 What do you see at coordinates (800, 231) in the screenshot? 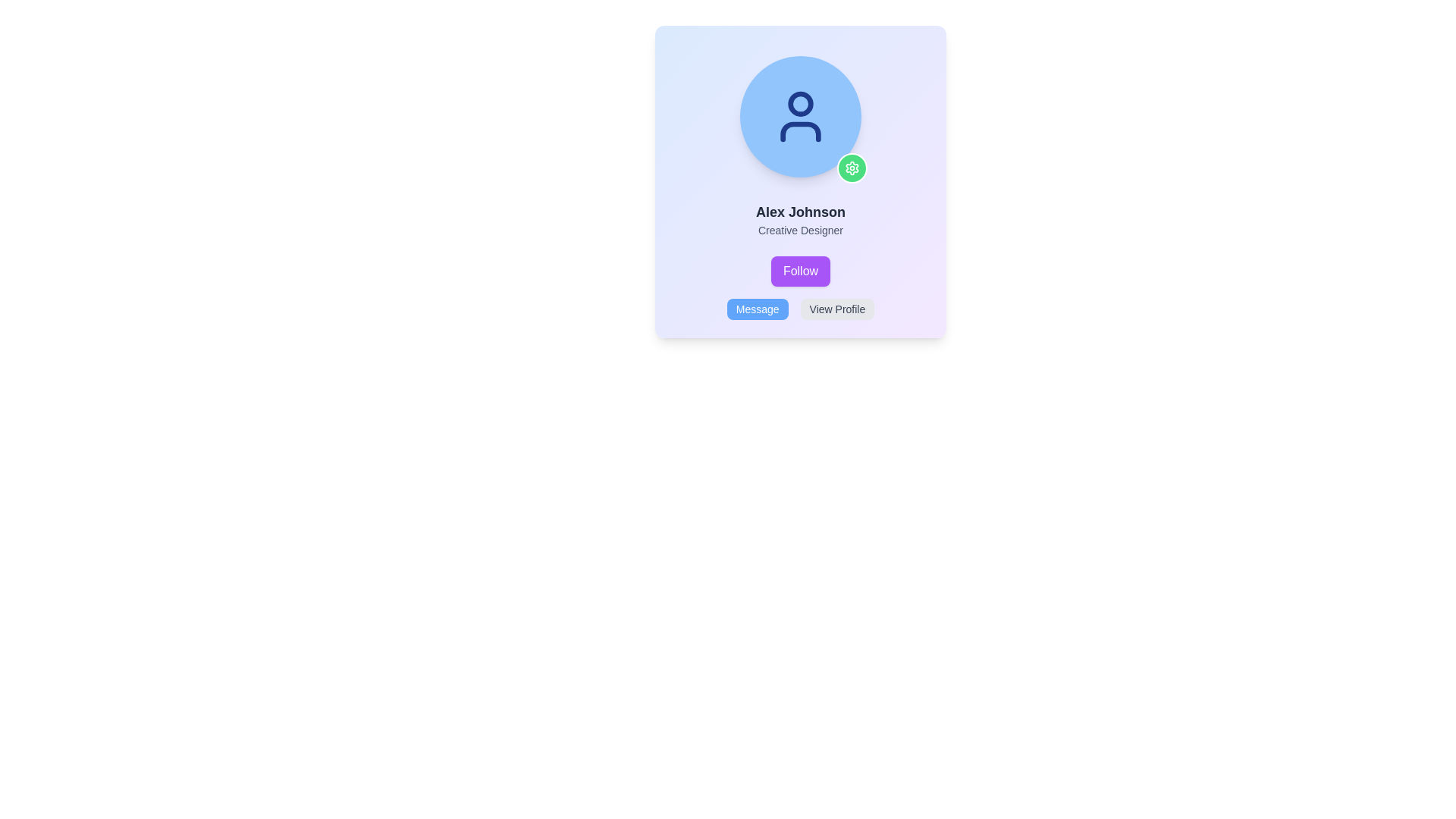
I see `the text label displaying 'Creative Designer', which is positioned beneath 'Alex Johnson' and is center-aligned within a card-like structure` at bounding box center [800, 231].